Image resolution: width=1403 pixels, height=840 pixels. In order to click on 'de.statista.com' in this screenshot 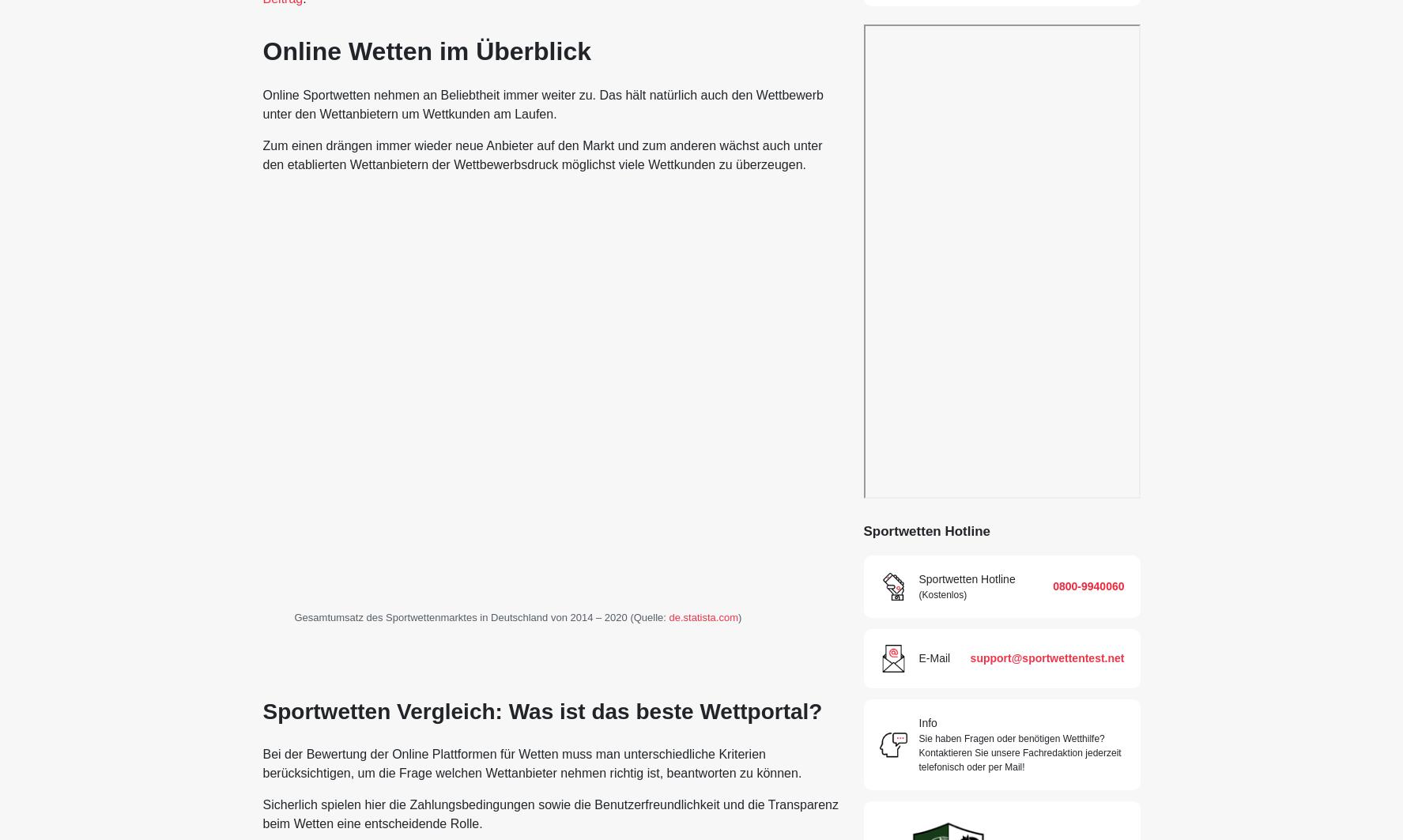, I will do `click(703, 616)`.